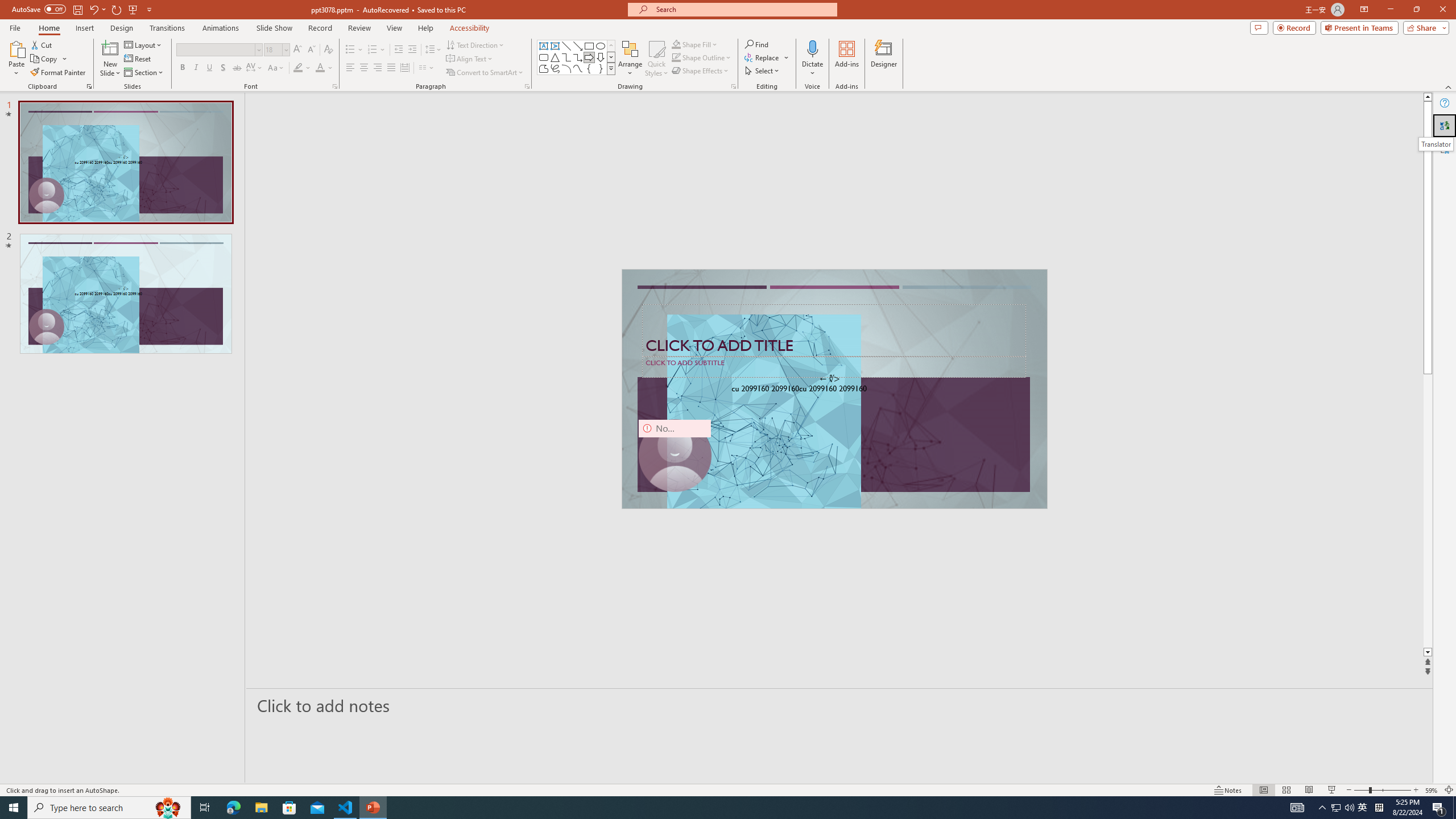  Describe the element at coordinates (676, 56) in the screenshot. I see `'Shape Outline Green, Accent 1'` at that location.